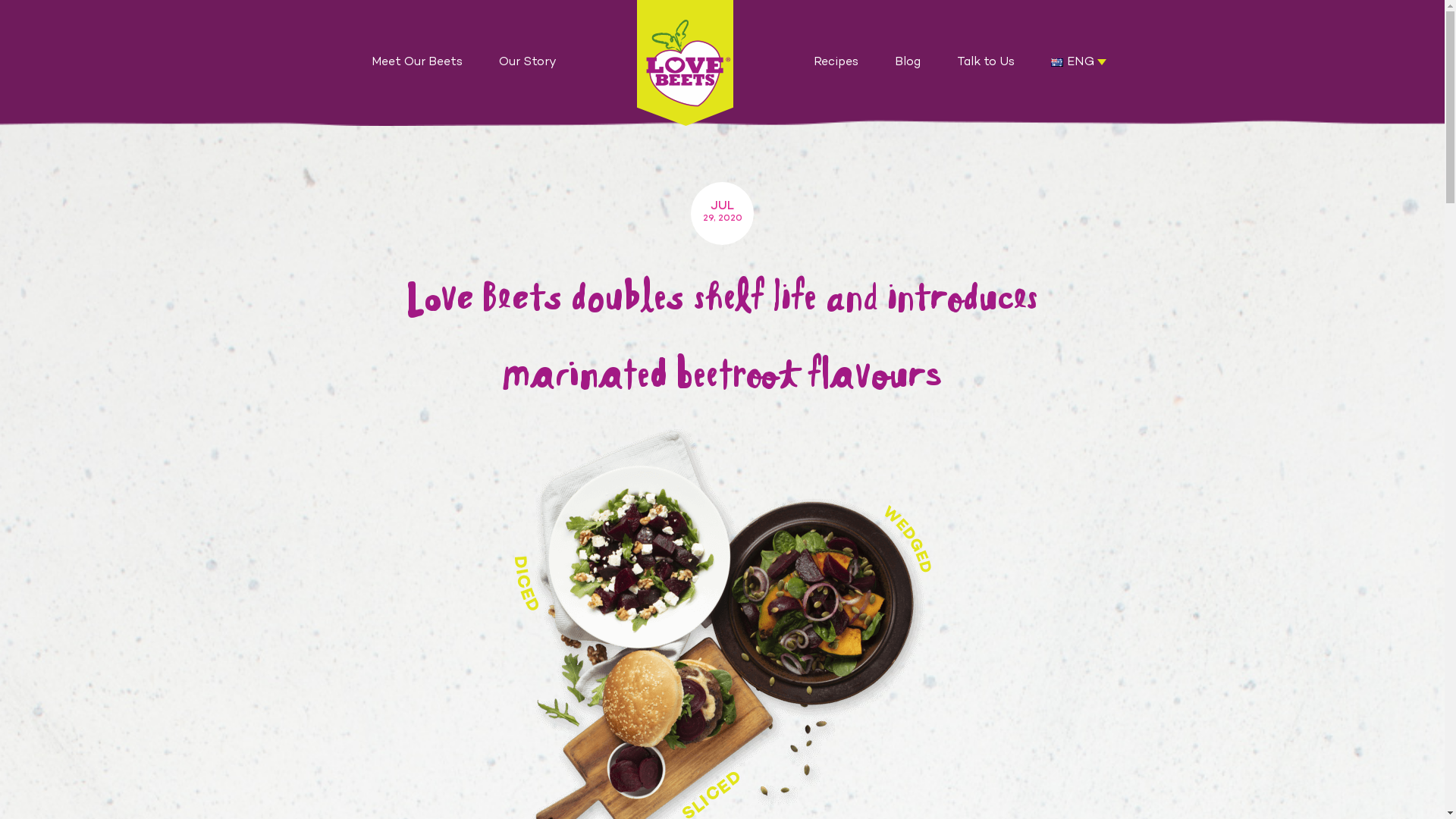  What do you see at coordinates (528, 62) in the screenshot?
I see `'Our Story'` at bounding box center [528, 62].